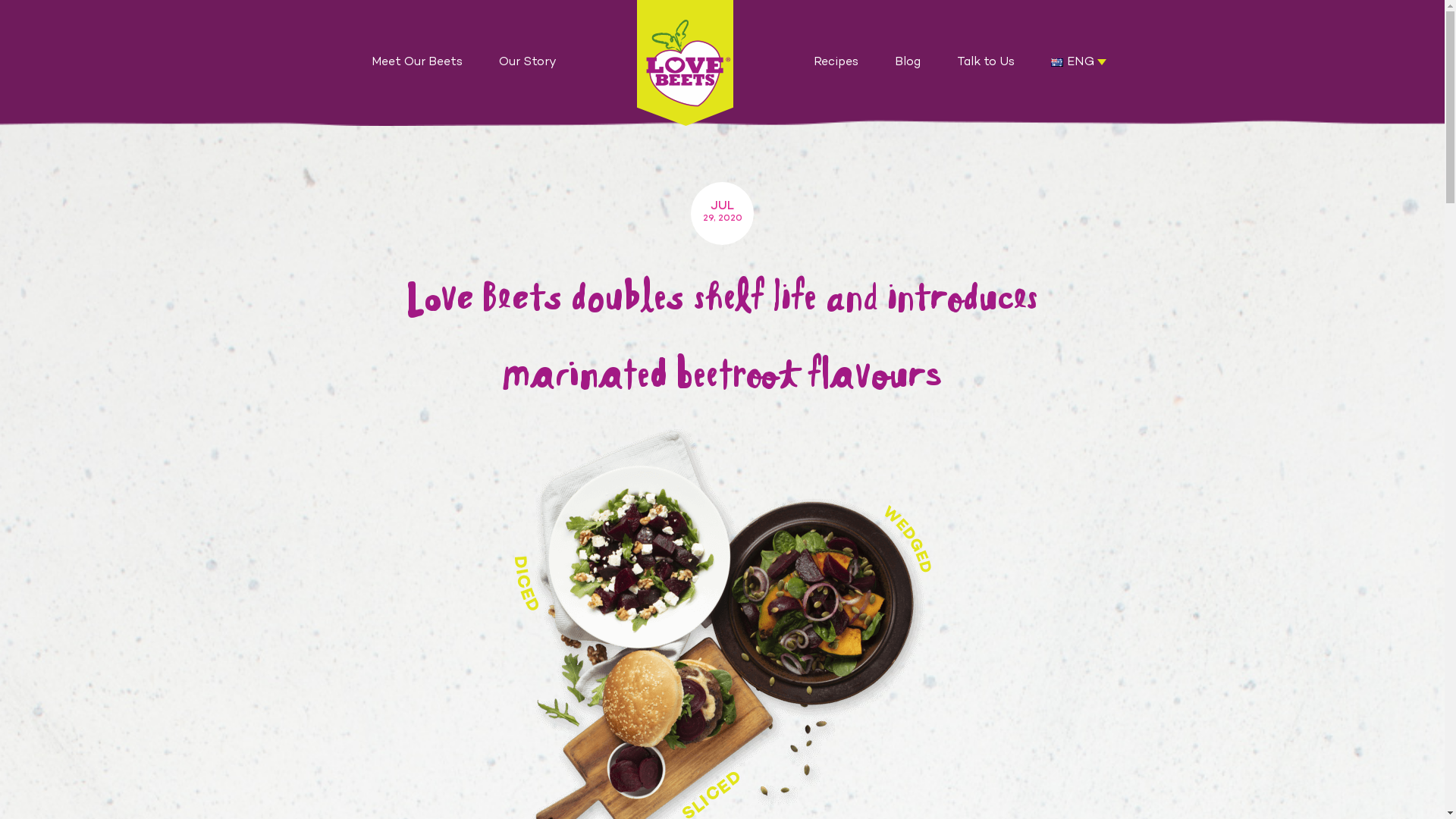  What do you see at coordinates (528, 62) in the screenshot?
I see `'Our Story'` at bounding box center [528, 62].